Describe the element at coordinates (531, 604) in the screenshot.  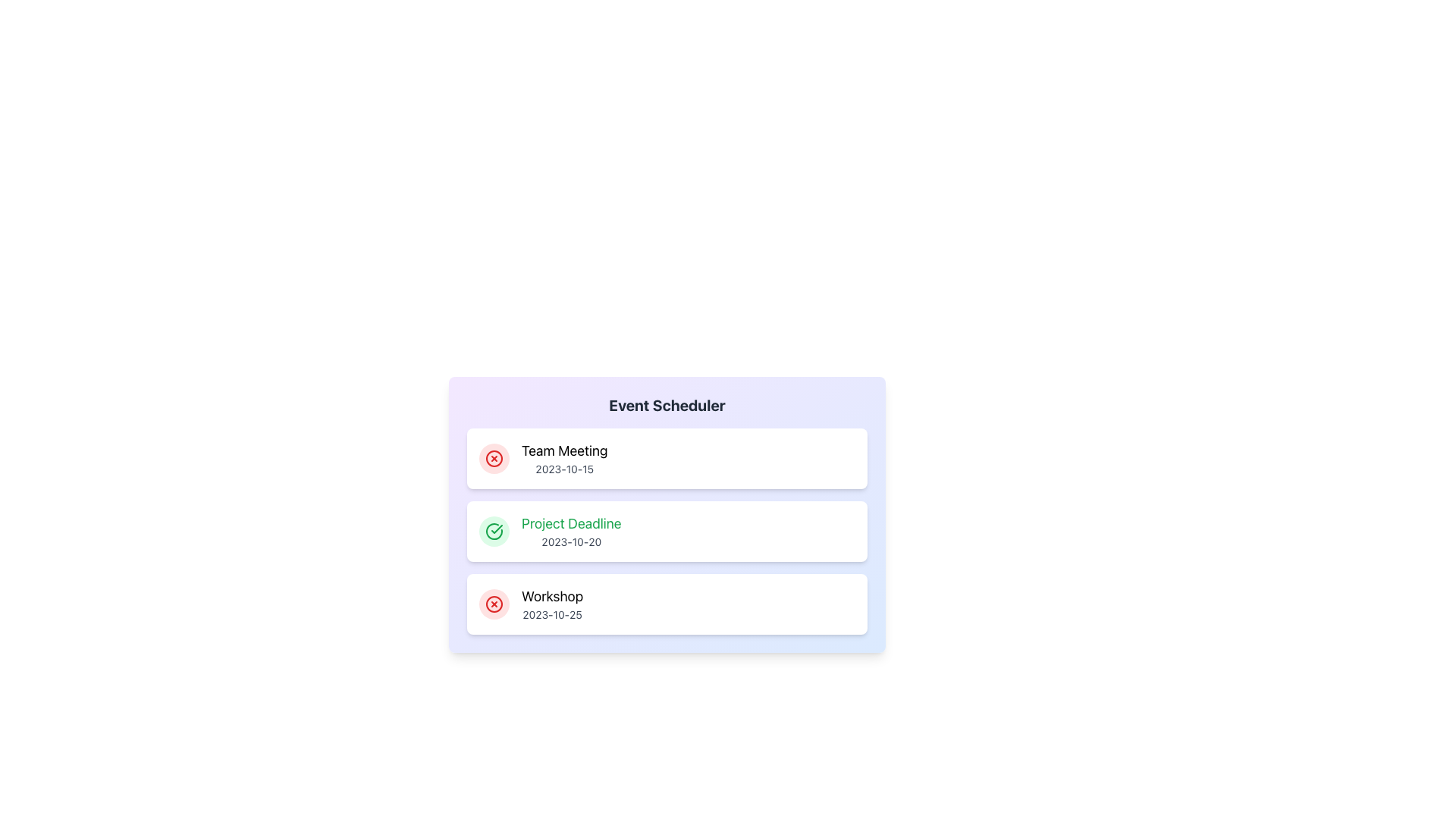
I see `text information displayed in the 'Workshop' event card, which includes the name 'Workshop' and the date '2023-10-25'` at that location.